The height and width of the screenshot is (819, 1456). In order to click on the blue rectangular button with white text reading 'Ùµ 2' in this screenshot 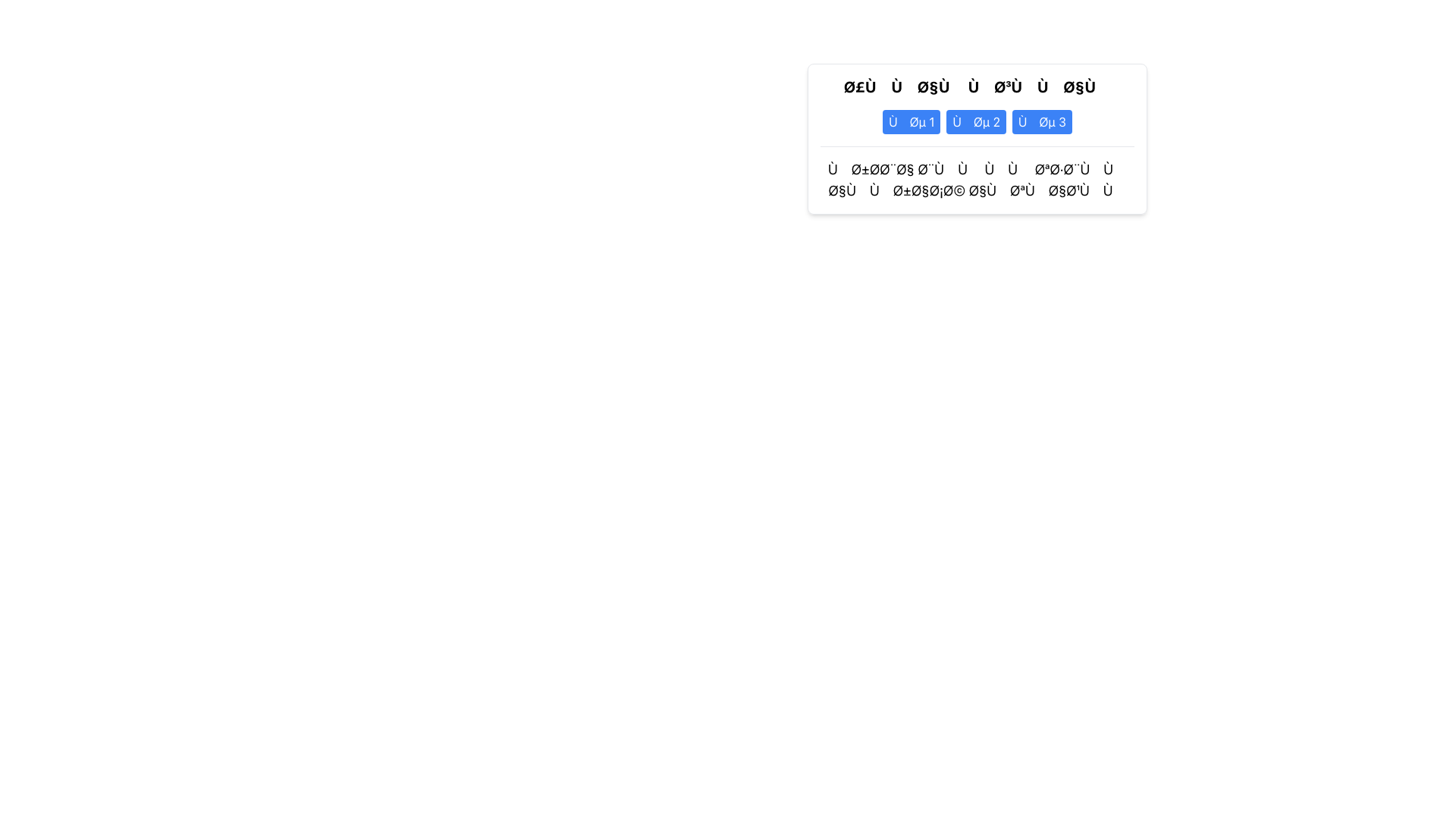, I will do `click(976, 121)`.